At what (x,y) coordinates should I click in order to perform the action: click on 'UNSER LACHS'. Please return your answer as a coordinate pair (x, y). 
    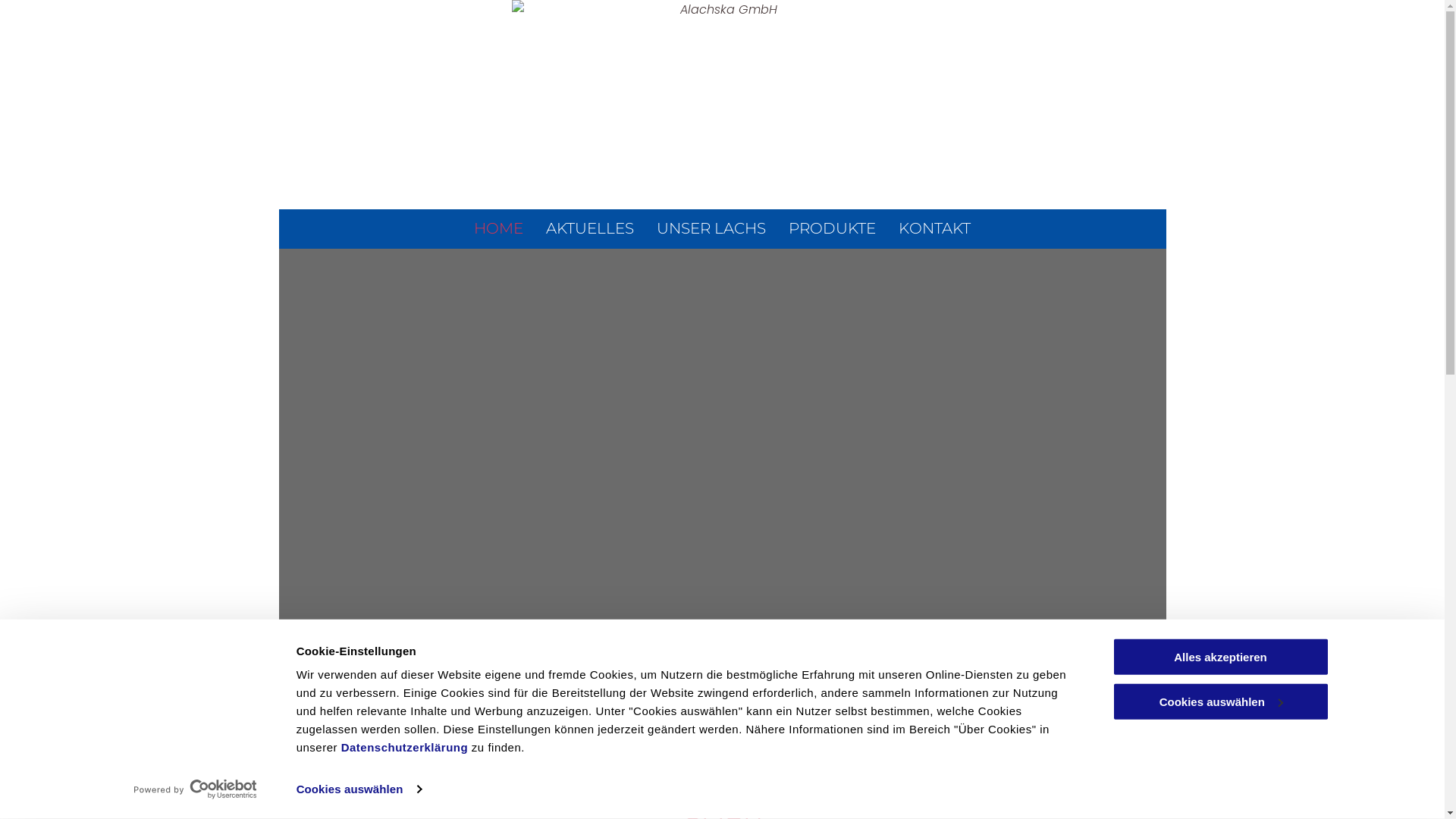
    Looking at the image, I should click on (710, 227).